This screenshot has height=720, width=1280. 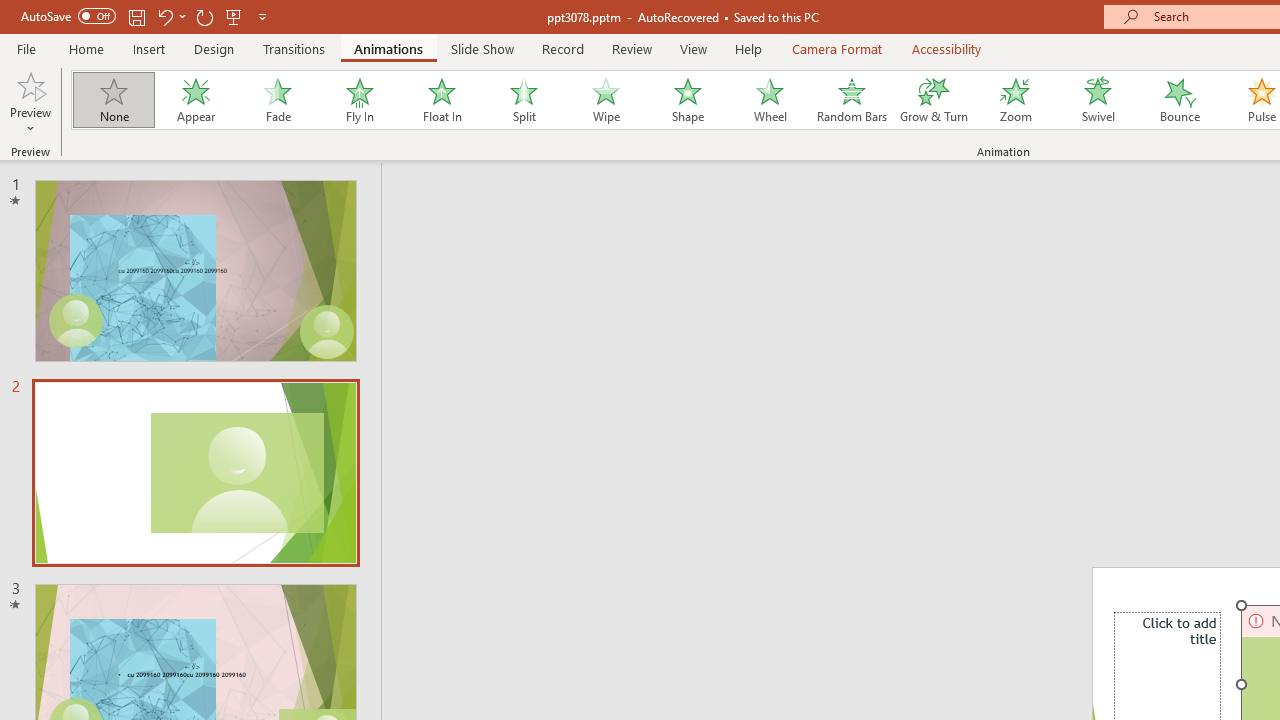 I want to click on 'Fly In', so click(x=359, y=100).